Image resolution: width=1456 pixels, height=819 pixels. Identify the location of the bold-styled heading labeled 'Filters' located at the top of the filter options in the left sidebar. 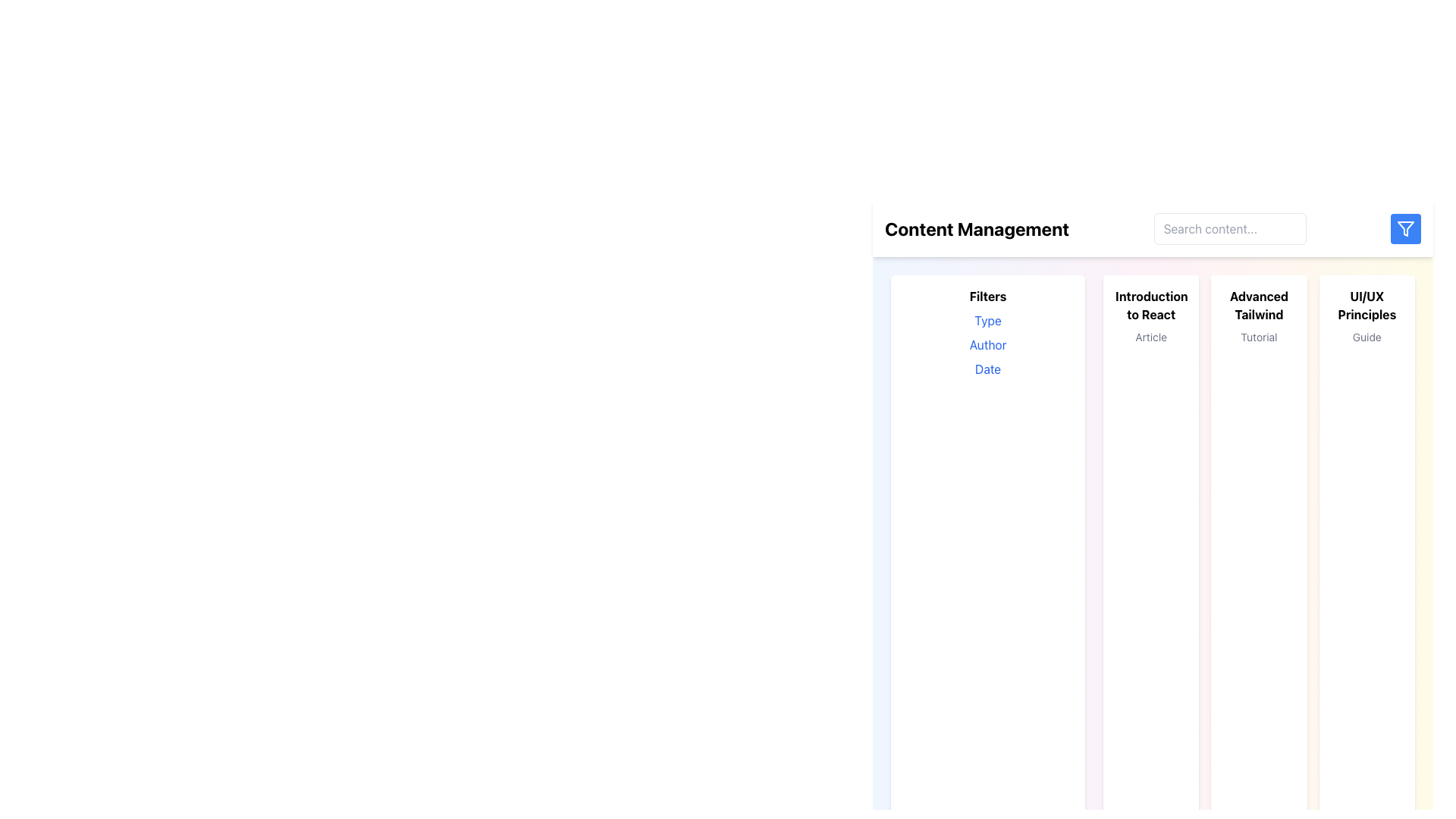
(987, 296).